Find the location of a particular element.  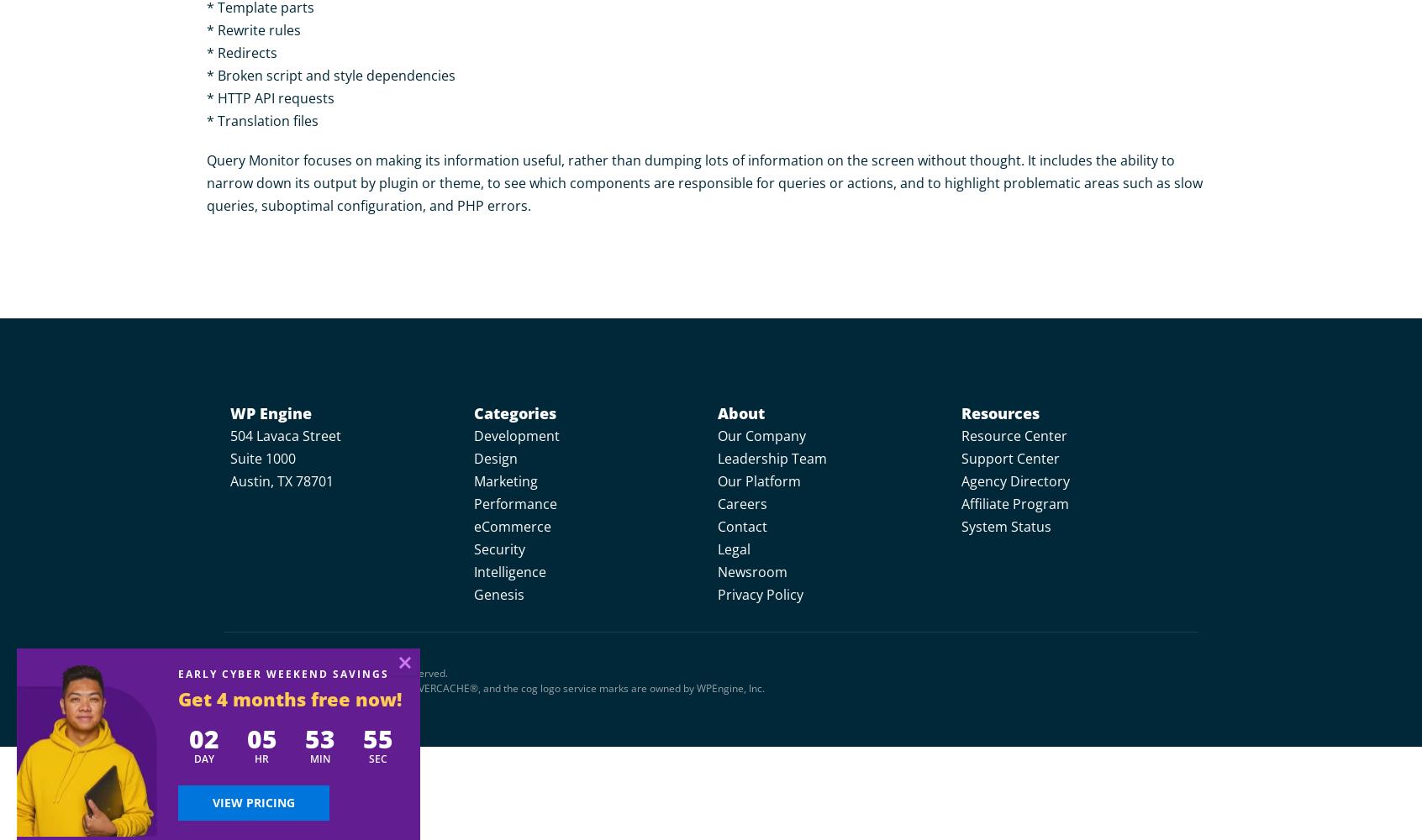

'Get 4 months free now!' is located at coordinates (288, 698).